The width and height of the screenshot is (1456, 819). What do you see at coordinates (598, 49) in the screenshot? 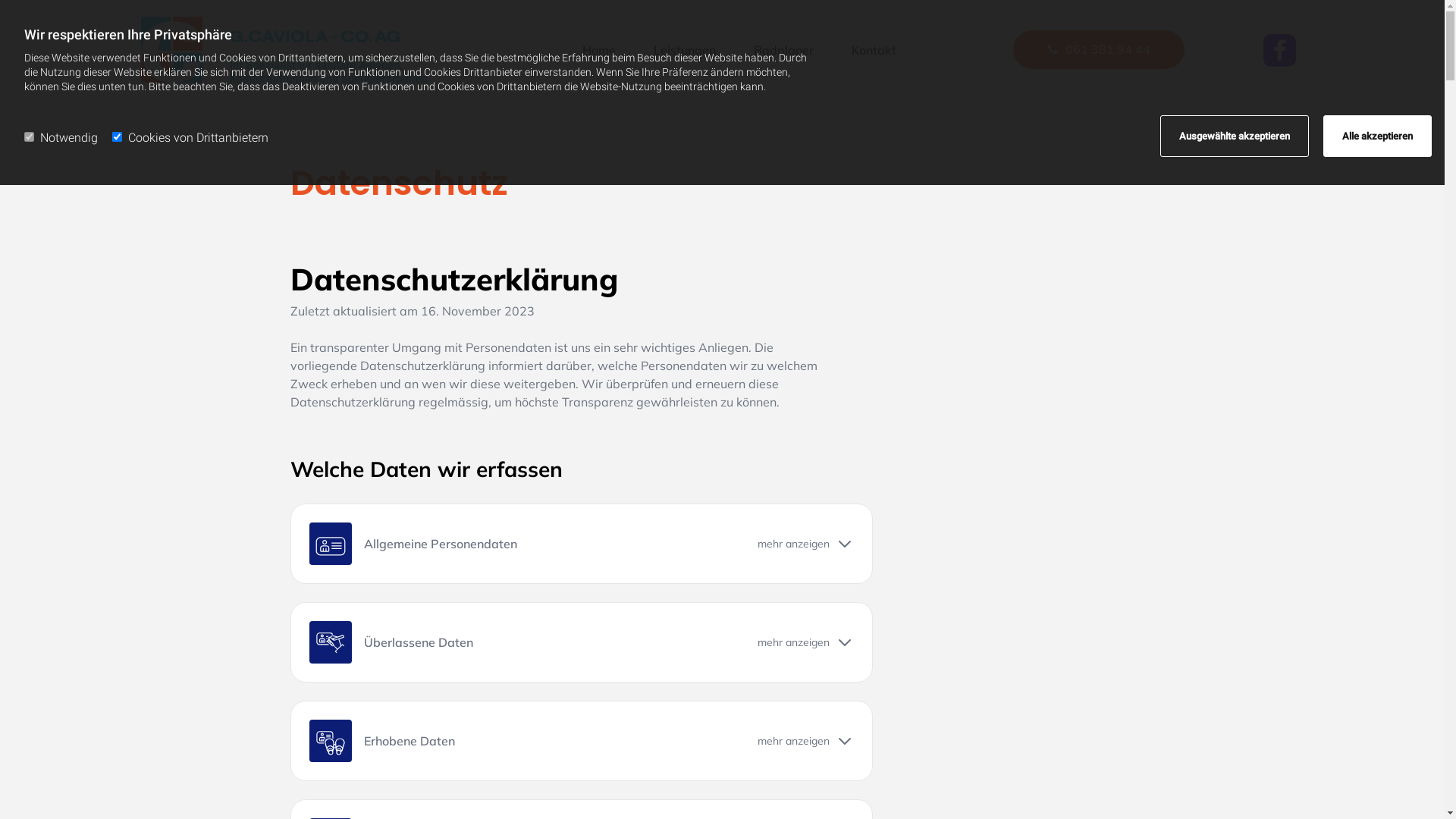
I see `'Home'` at bounding box center [598, 49].